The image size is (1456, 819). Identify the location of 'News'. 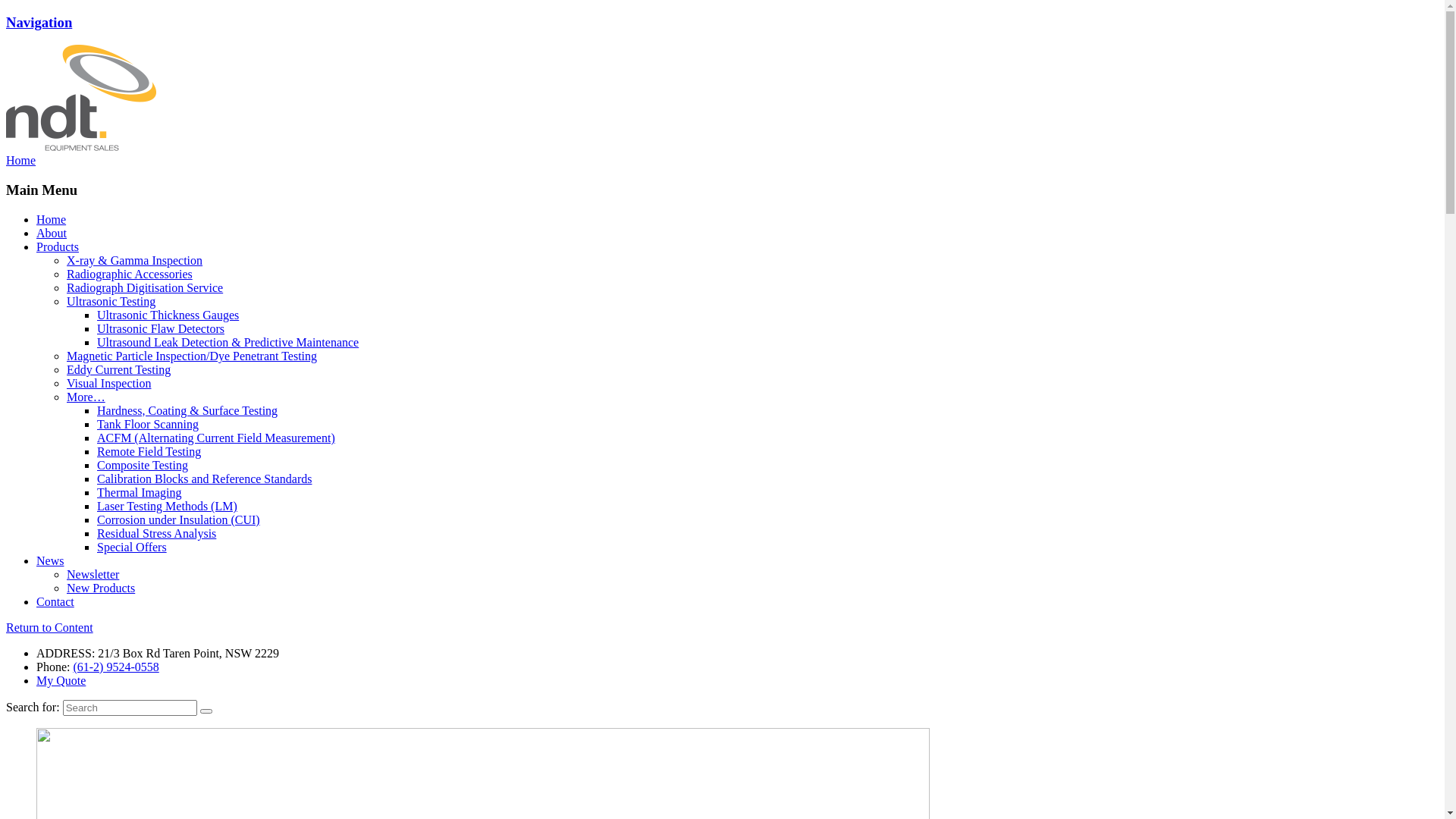
(50, 560).